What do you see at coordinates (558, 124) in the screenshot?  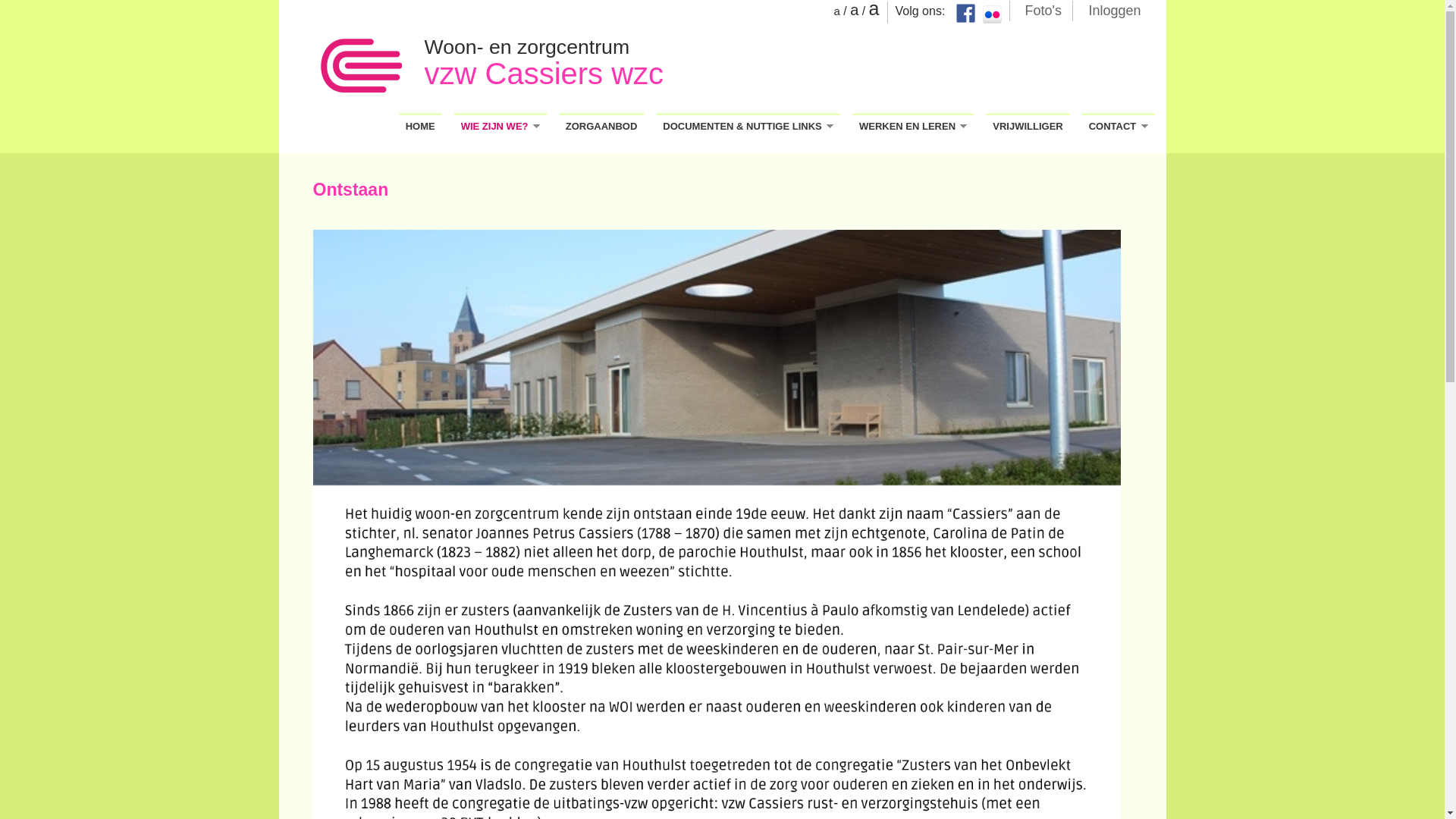 I see `'ZORGAANBOD'` at bounding box center [558, 124].